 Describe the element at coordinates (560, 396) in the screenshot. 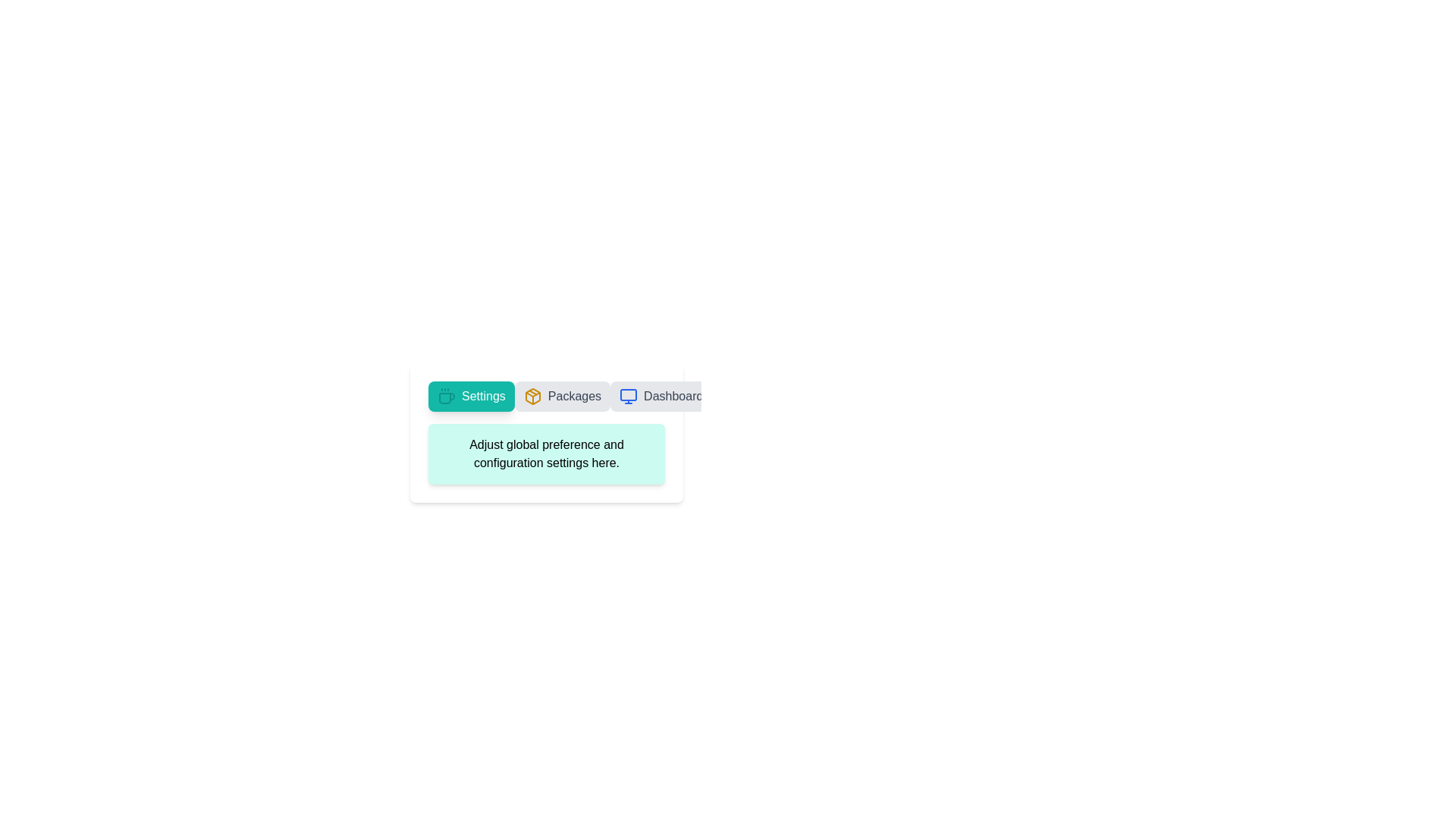

I see `the tab Packages and interact with its content` at that location.